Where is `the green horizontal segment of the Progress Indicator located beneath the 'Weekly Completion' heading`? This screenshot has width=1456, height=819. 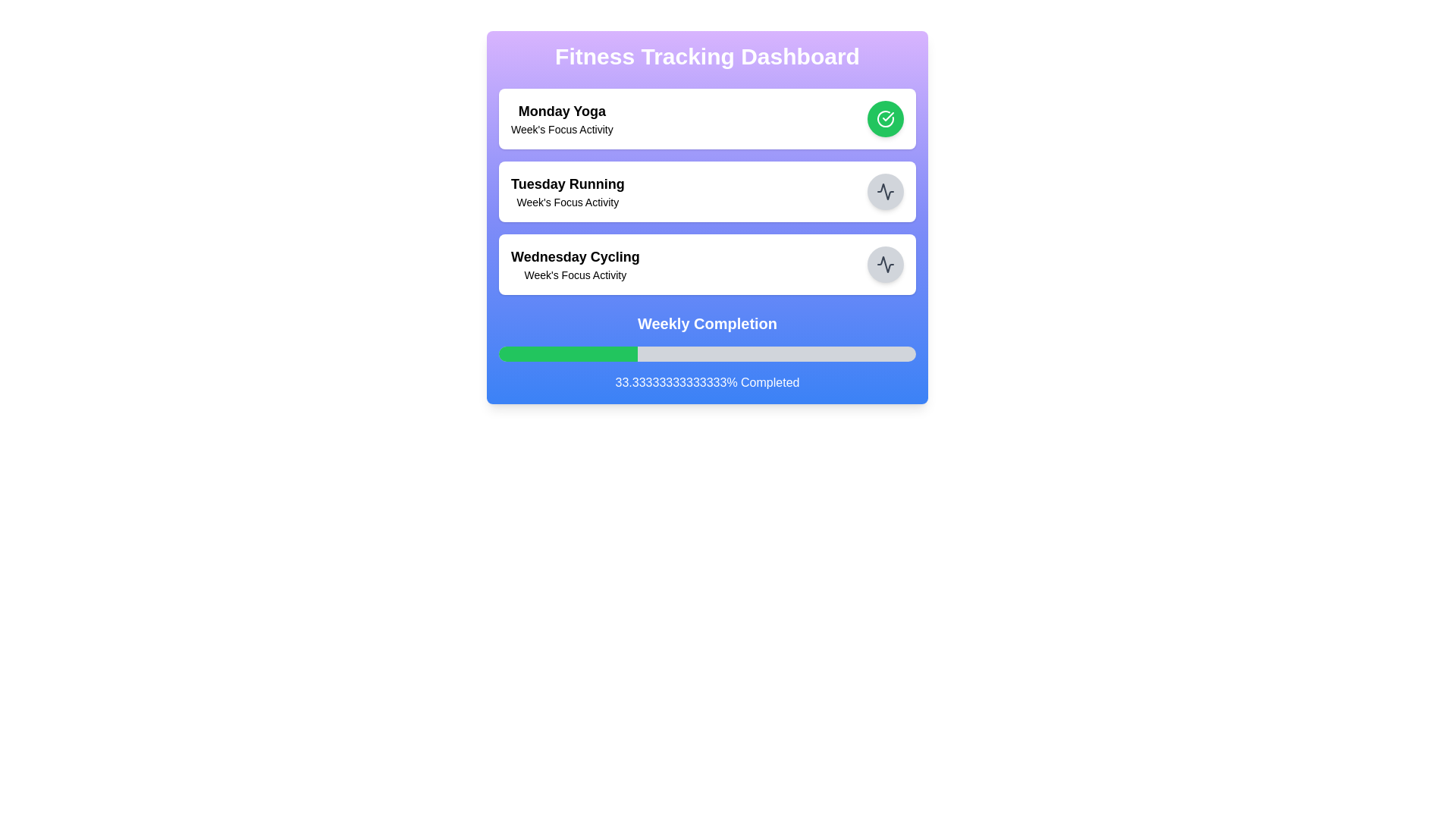 the green horizontal segment of the Progress Indicator located beneath the 'Weekly Completion' heading is located at coordinates (567, 353).